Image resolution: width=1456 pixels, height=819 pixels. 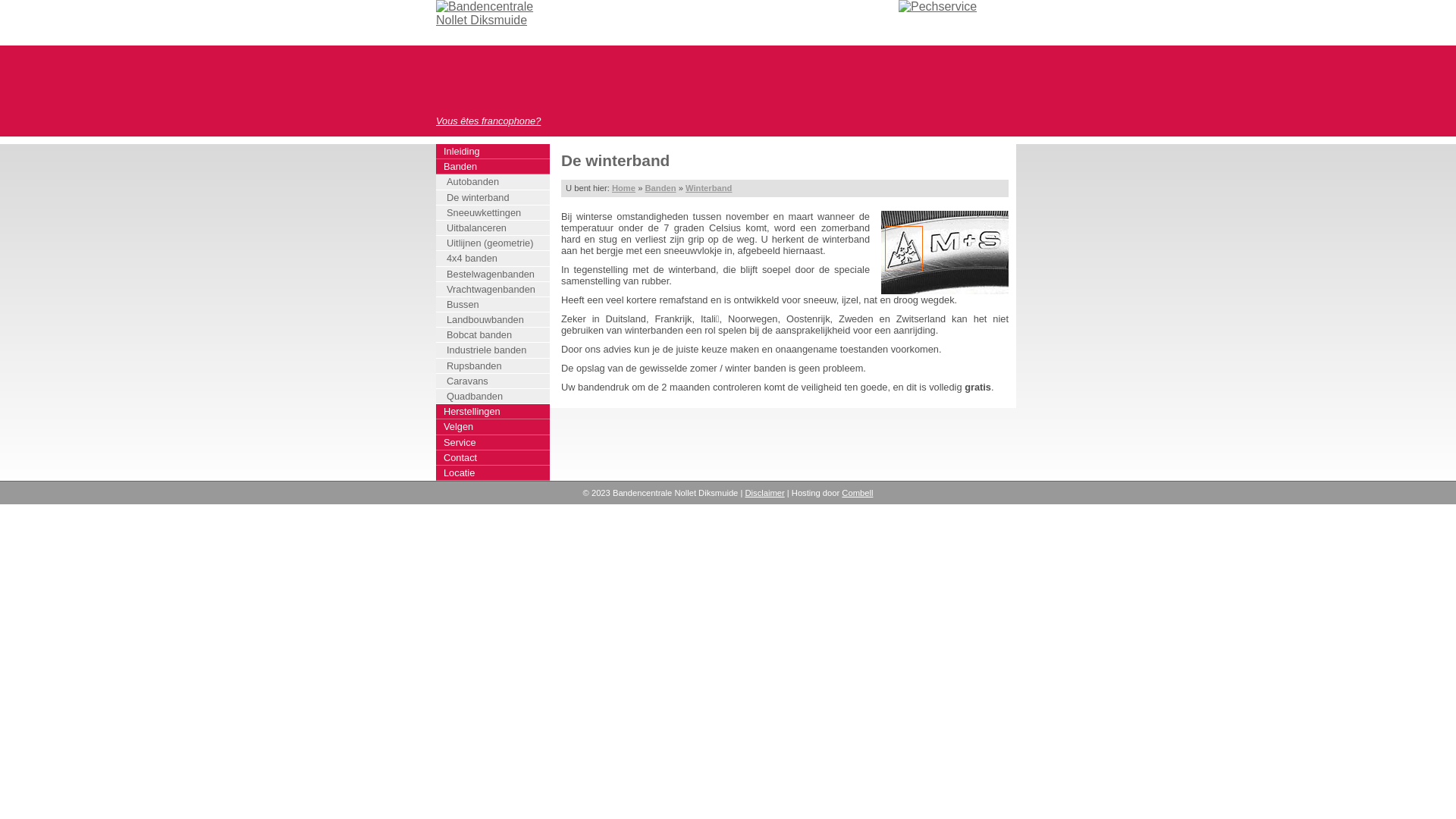 I want to click on 'Banden', so click(x=660, y=187).